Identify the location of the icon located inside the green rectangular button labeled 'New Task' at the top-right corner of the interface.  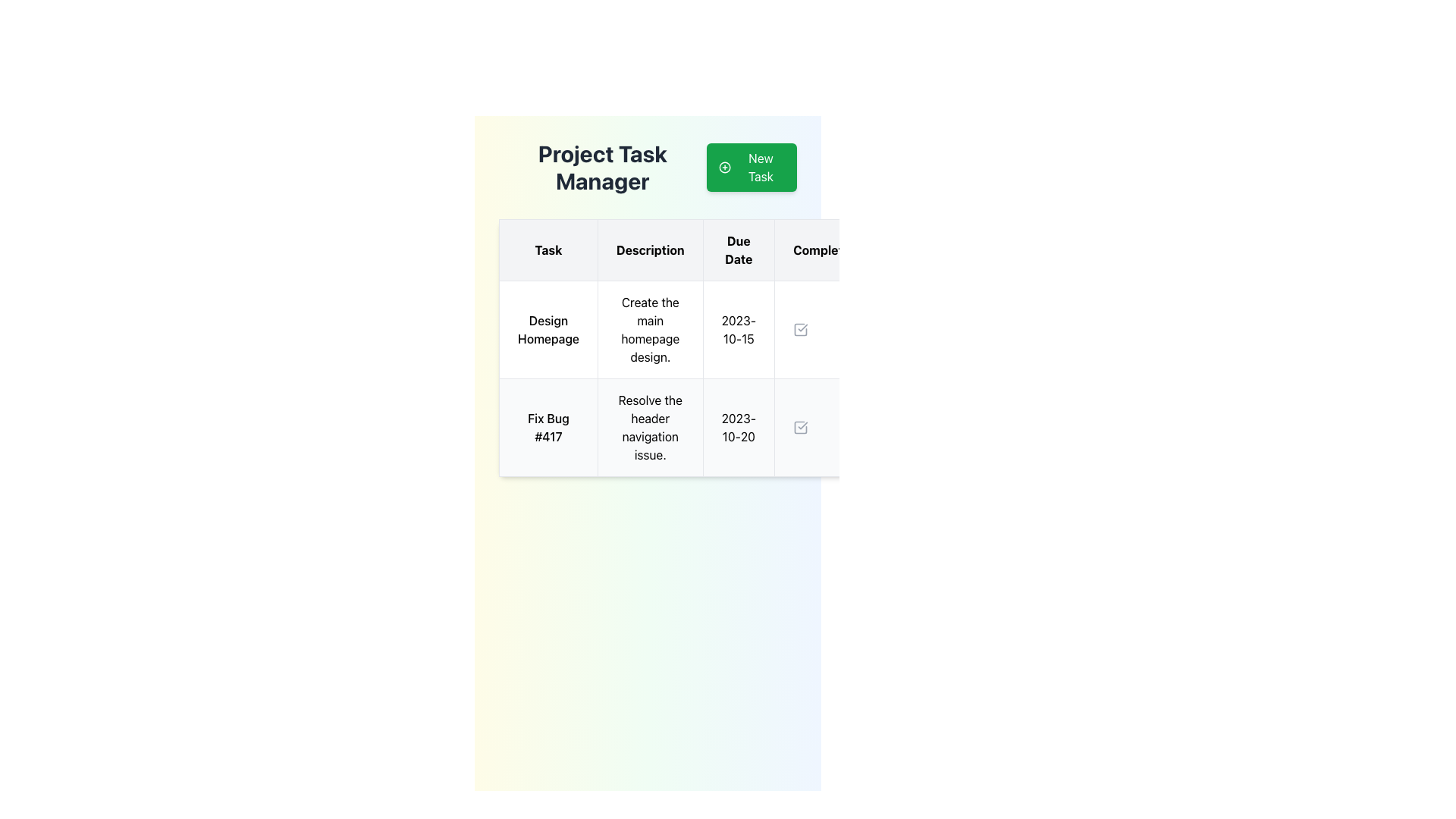
(723, 167).